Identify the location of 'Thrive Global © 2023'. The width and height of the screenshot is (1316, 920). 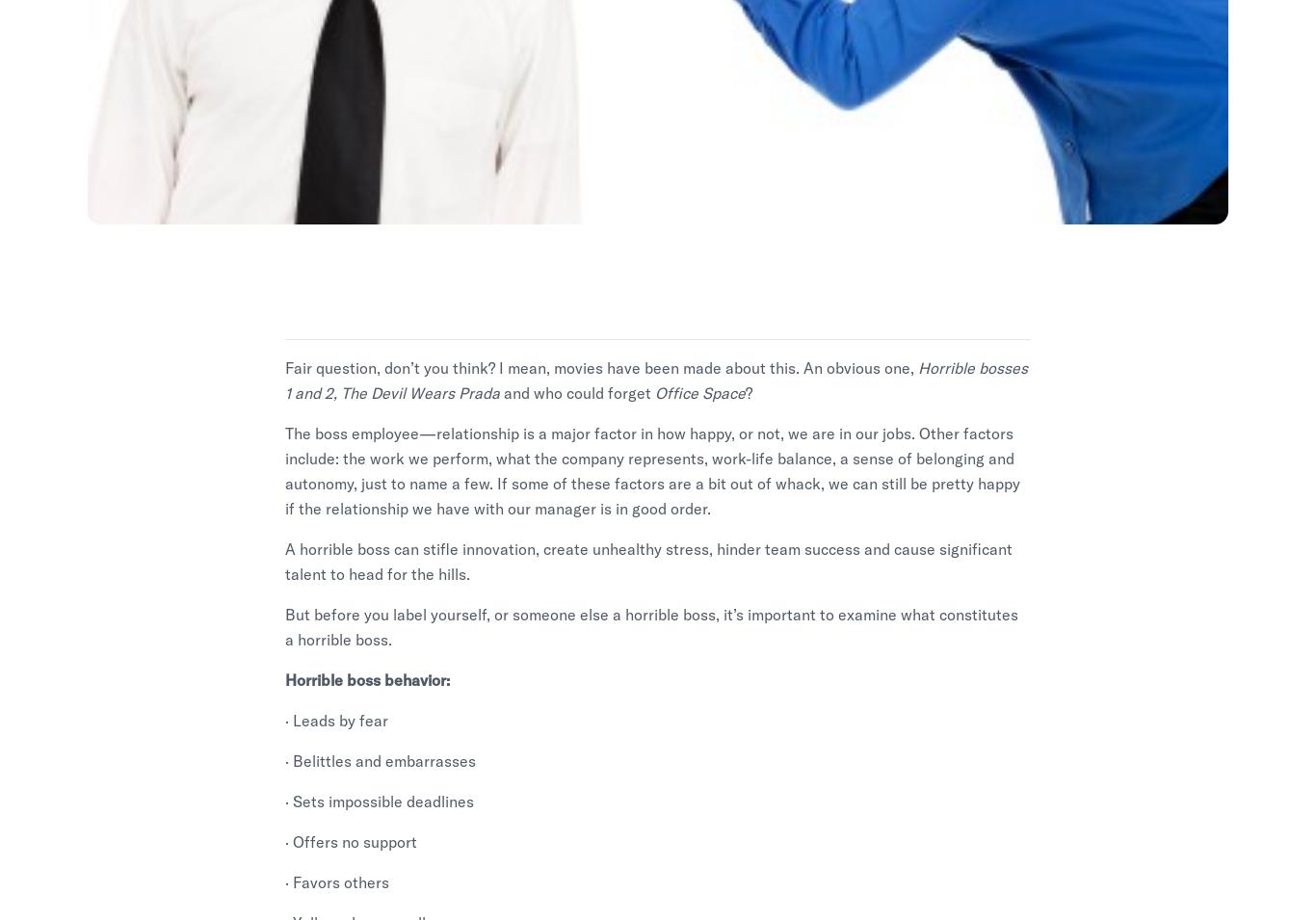
(380, 904).